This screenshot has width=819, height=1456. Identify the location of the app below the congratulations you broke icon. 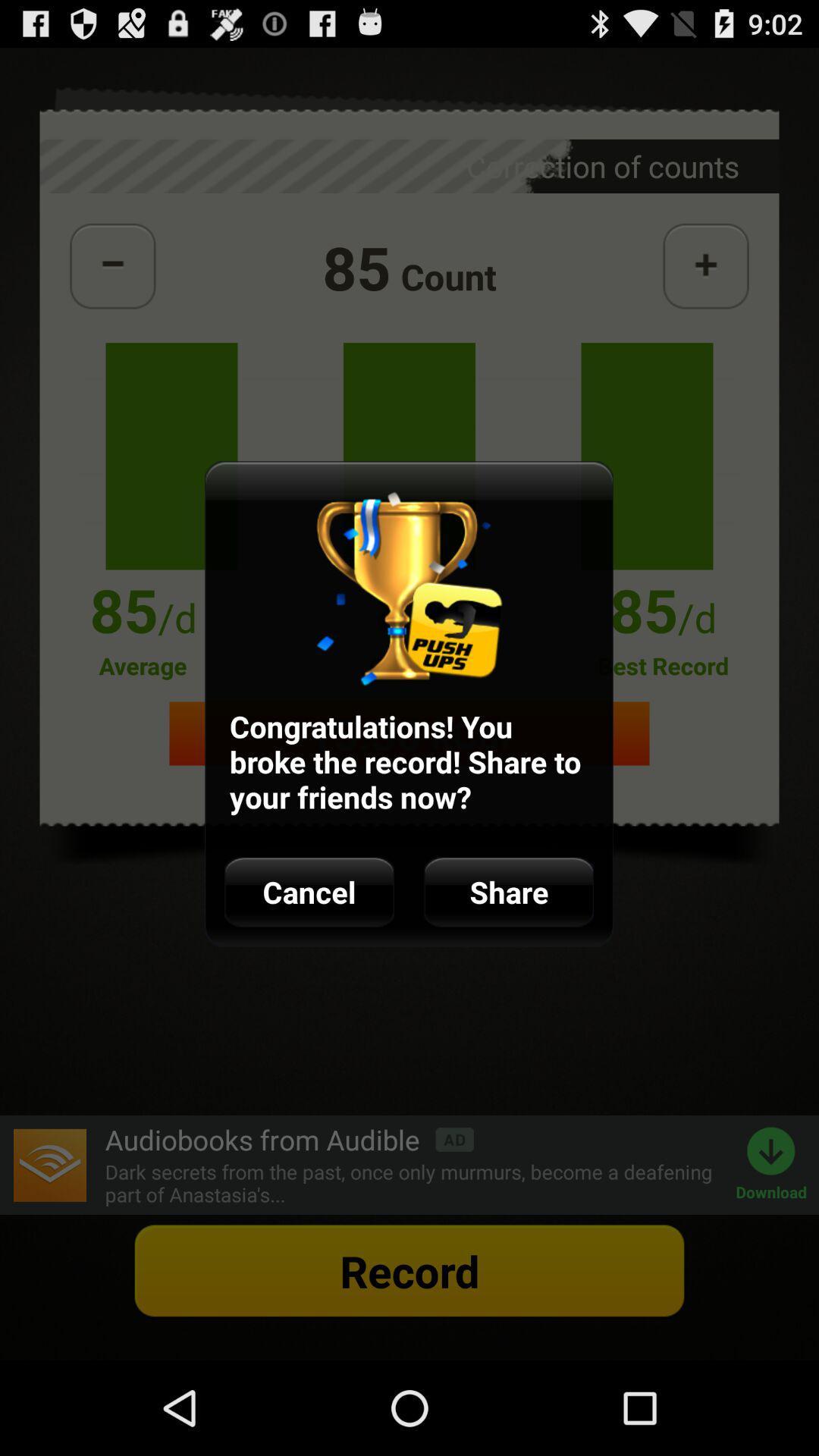
(309, 892).